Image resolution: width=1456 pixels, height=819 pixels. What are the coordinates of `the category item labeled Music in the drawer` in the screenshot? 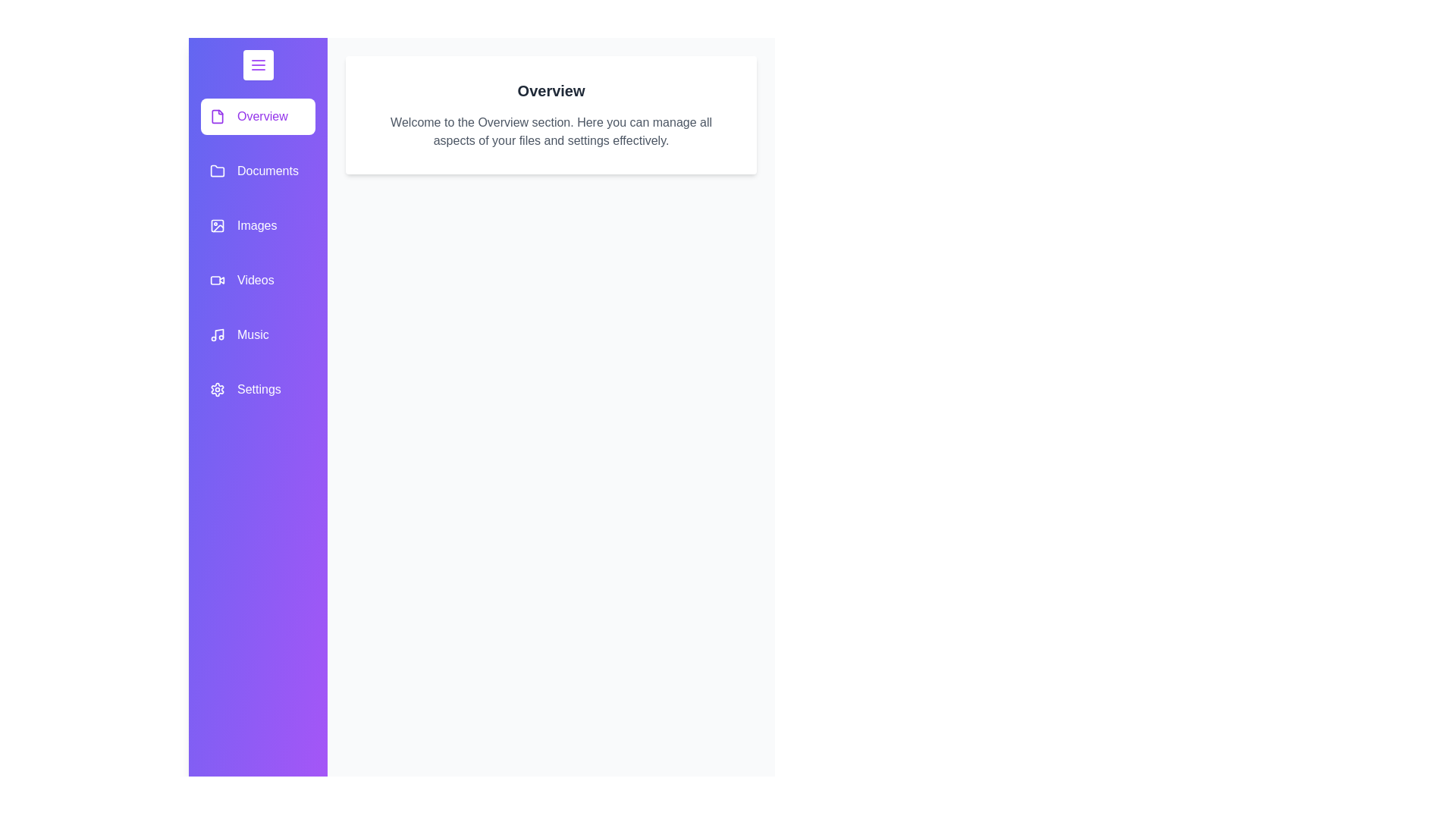 It's located at (258, 334).